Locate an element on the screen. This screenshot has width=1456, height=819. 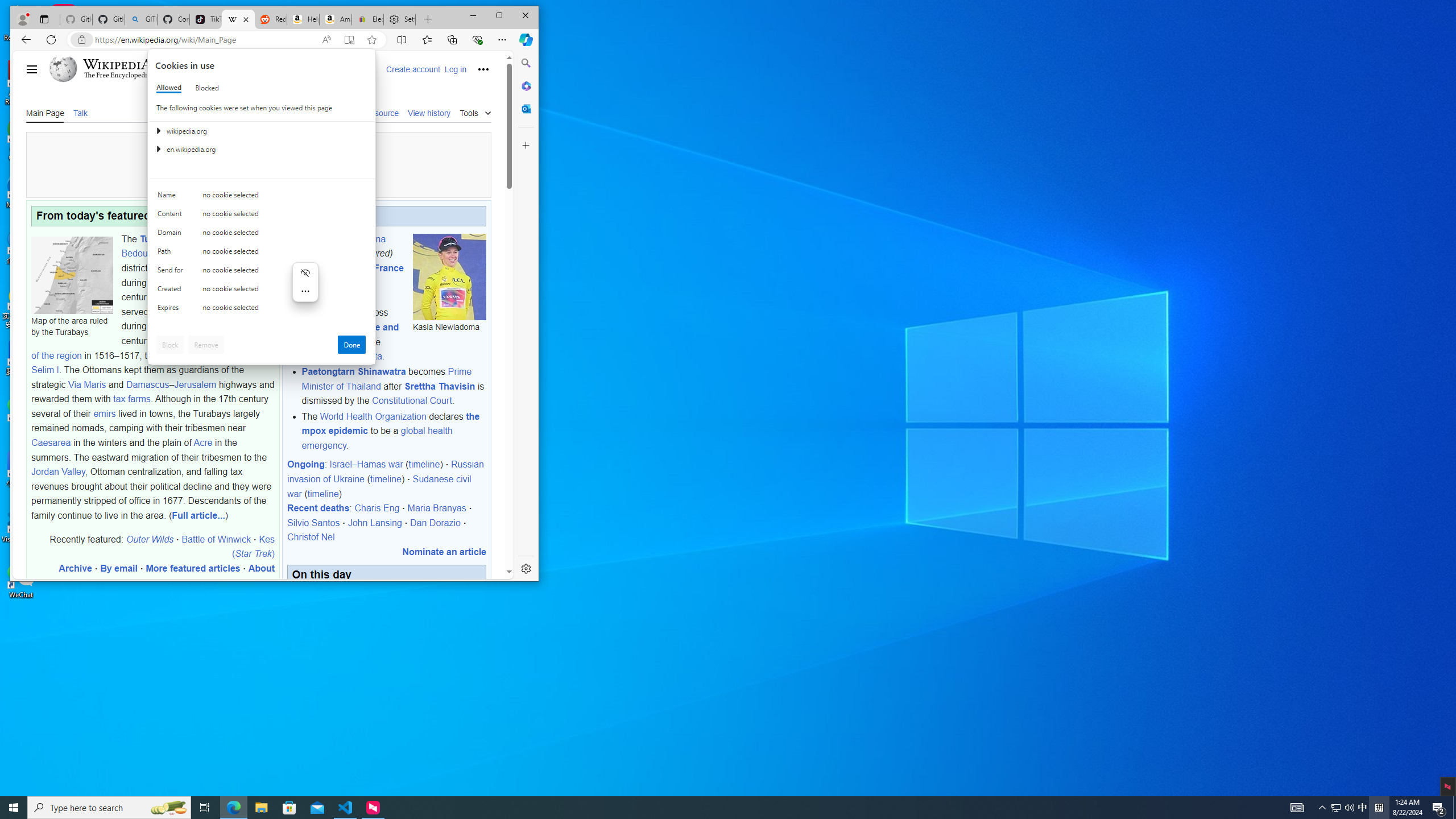
'Blocked' is located at coordinates (206, 87).